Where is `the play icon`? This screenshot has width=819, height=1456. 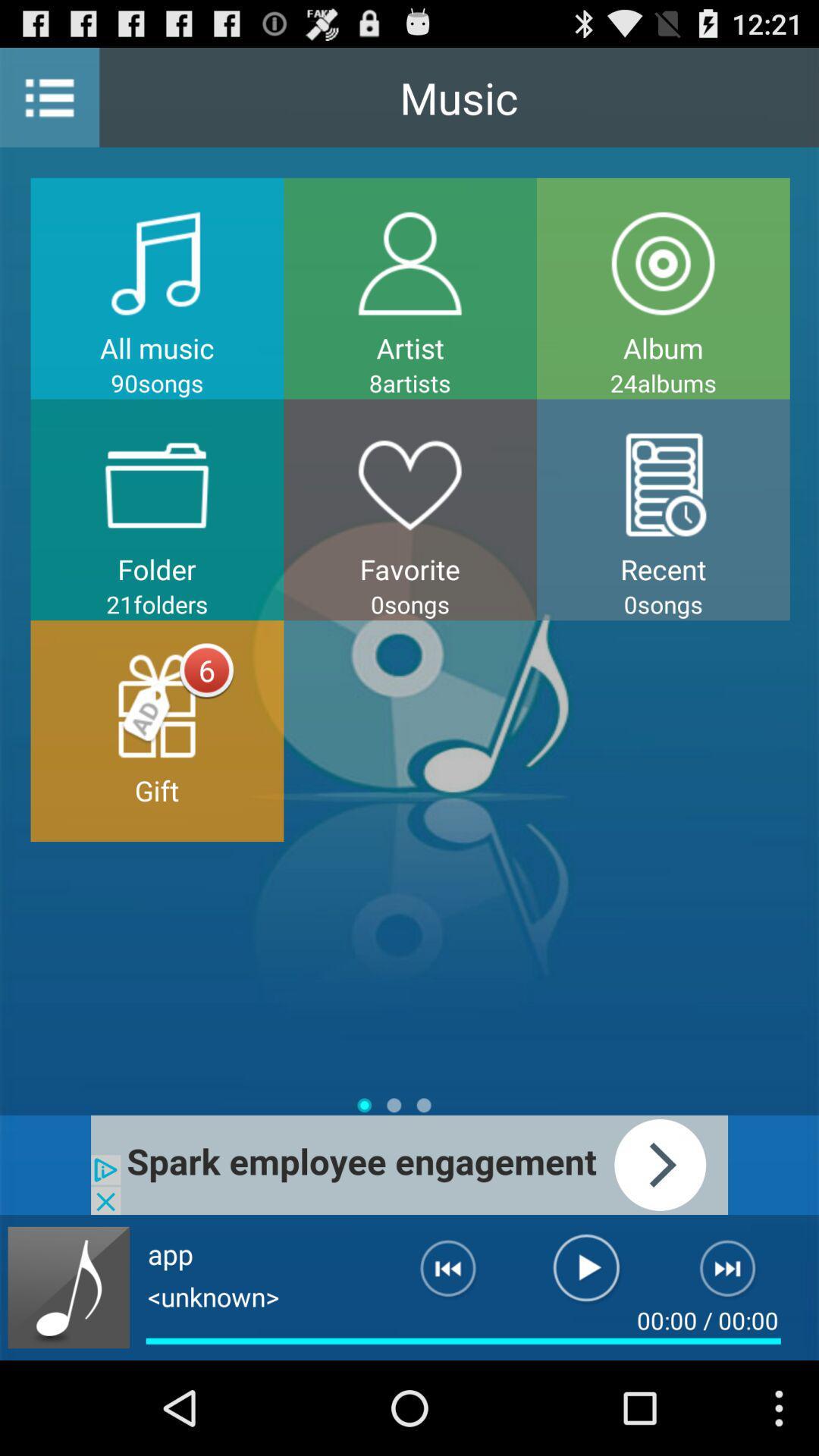 the play icon is located at coordinates (585, 1364).